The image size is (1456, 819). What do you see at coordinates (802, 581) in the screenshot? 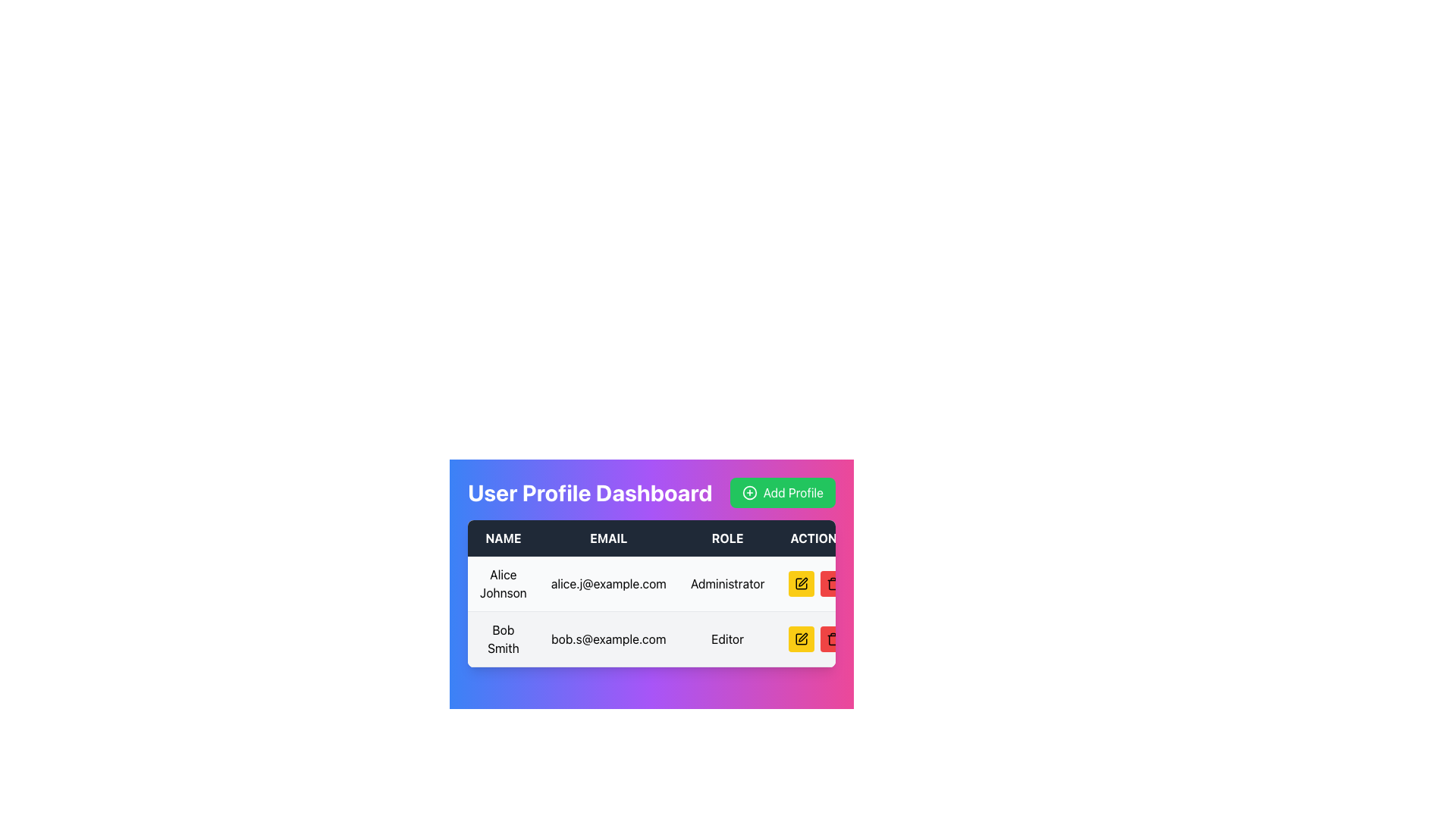
I see `the small yellow pencil icon in the action column of the user profile table for 'Bob Smith'` at bounding box center [802, 581].